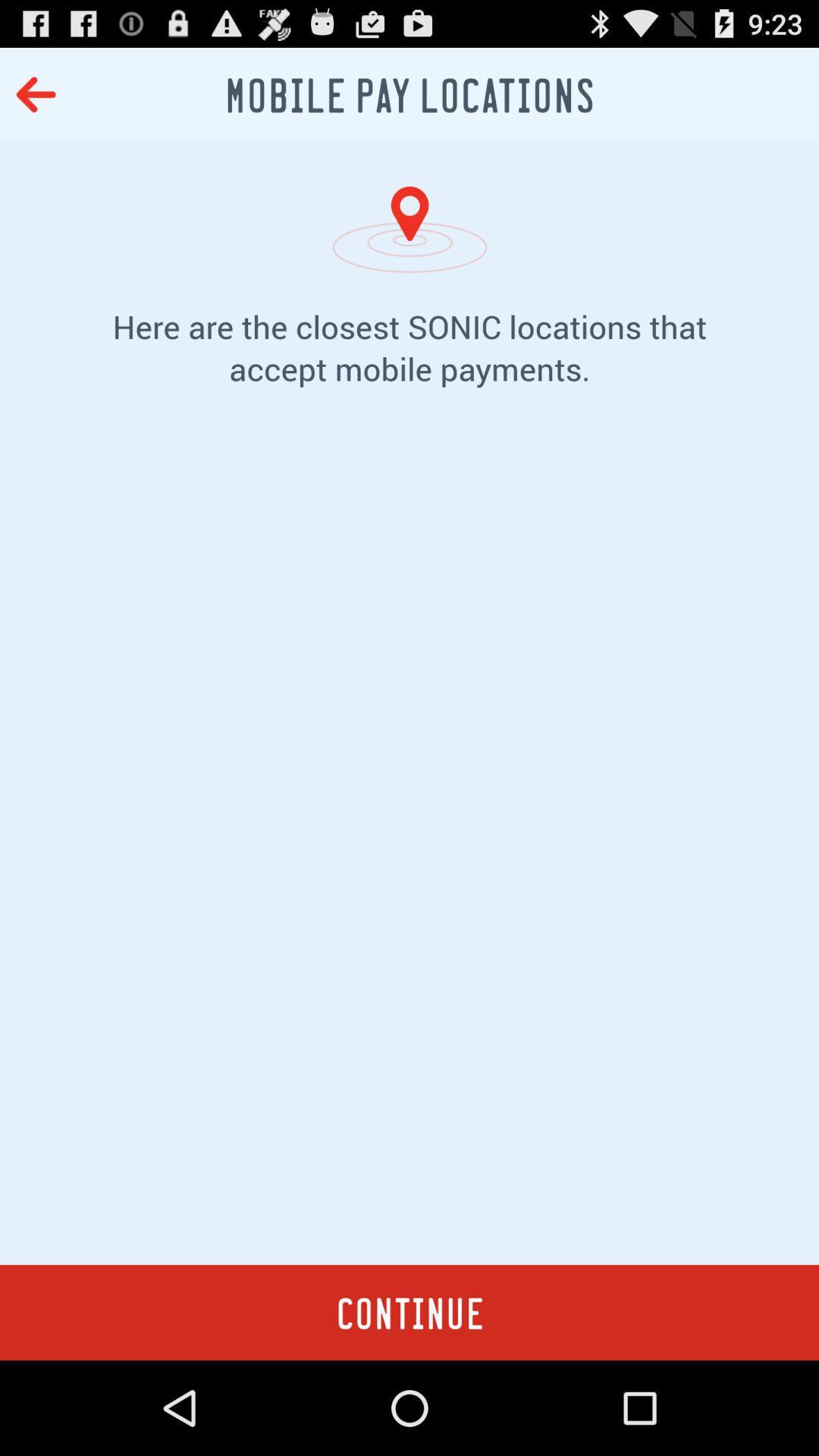 This screenshot has height=1456, width=819. I want to click on the icon at the top left corner, so click(35, 93).